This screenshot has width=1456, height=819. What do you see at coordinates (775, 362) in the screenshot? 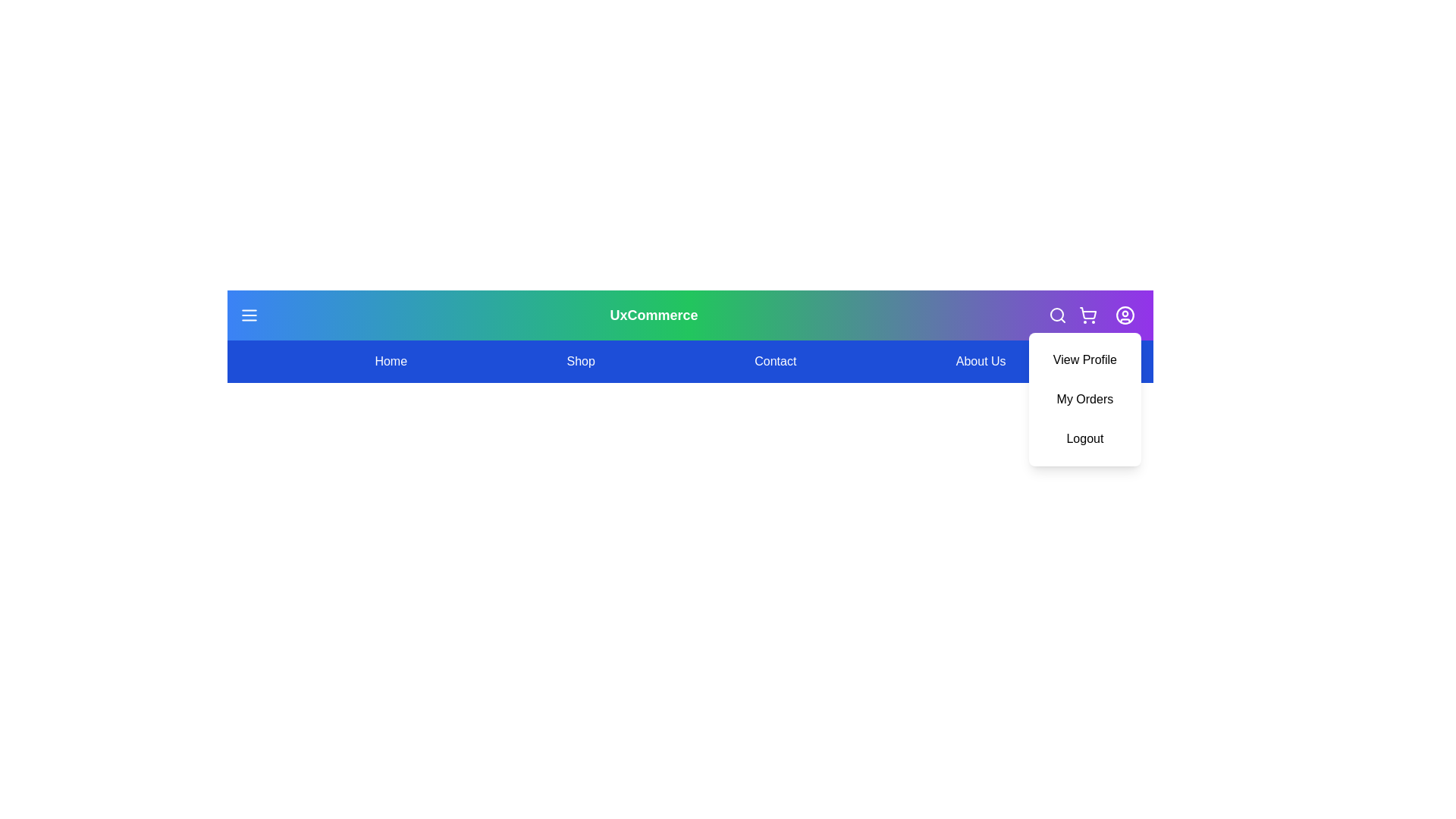
I see `the menu item Contact to navigate to the corresponding section` at bounding box center [775, 362].